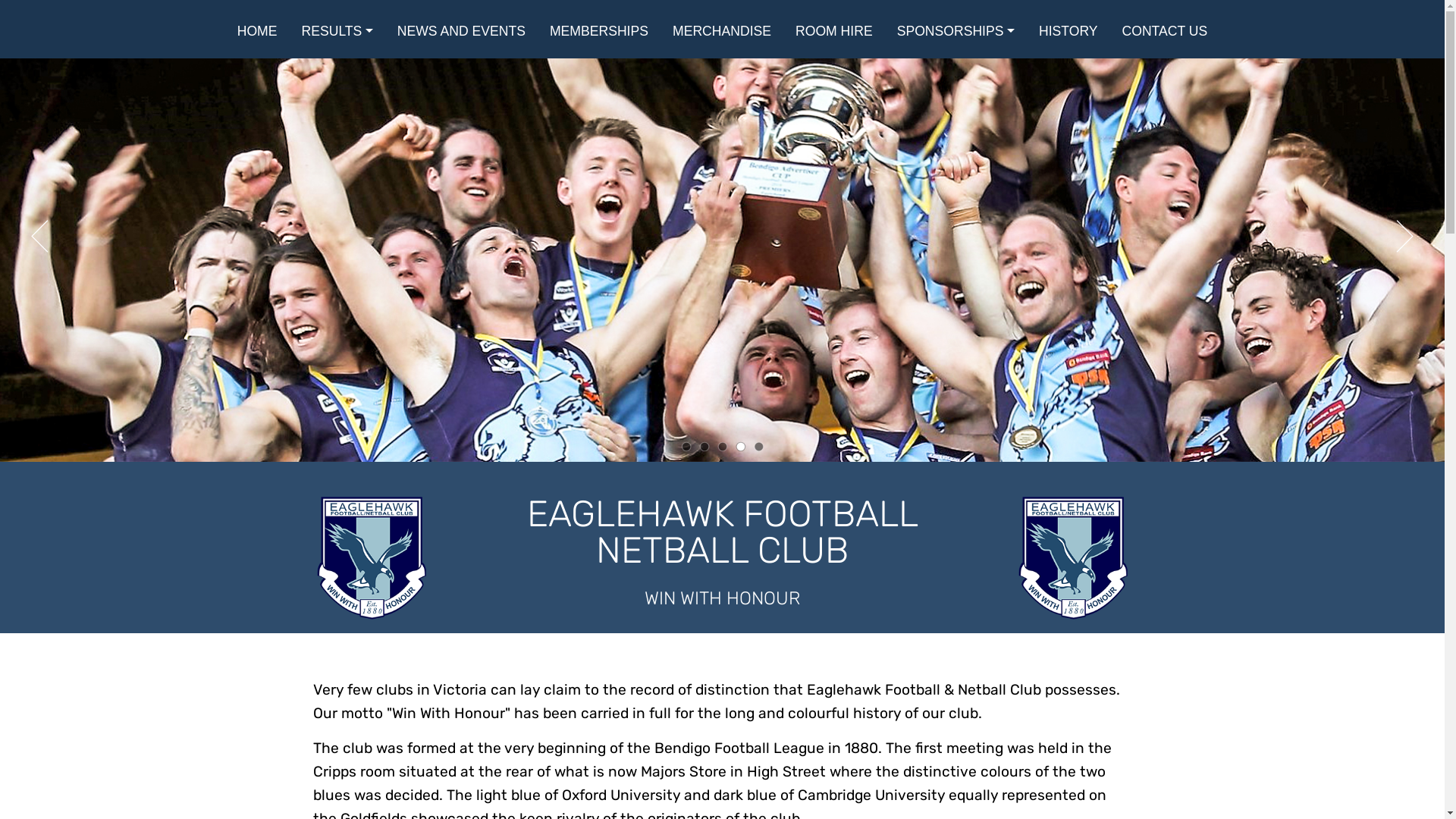 The height and width of the screenshot is (819, 1456). What do you see at coordinates (1164, 31) in the screenshot?
I see `'CONTACT US'` at bounding box center [1164, 31].